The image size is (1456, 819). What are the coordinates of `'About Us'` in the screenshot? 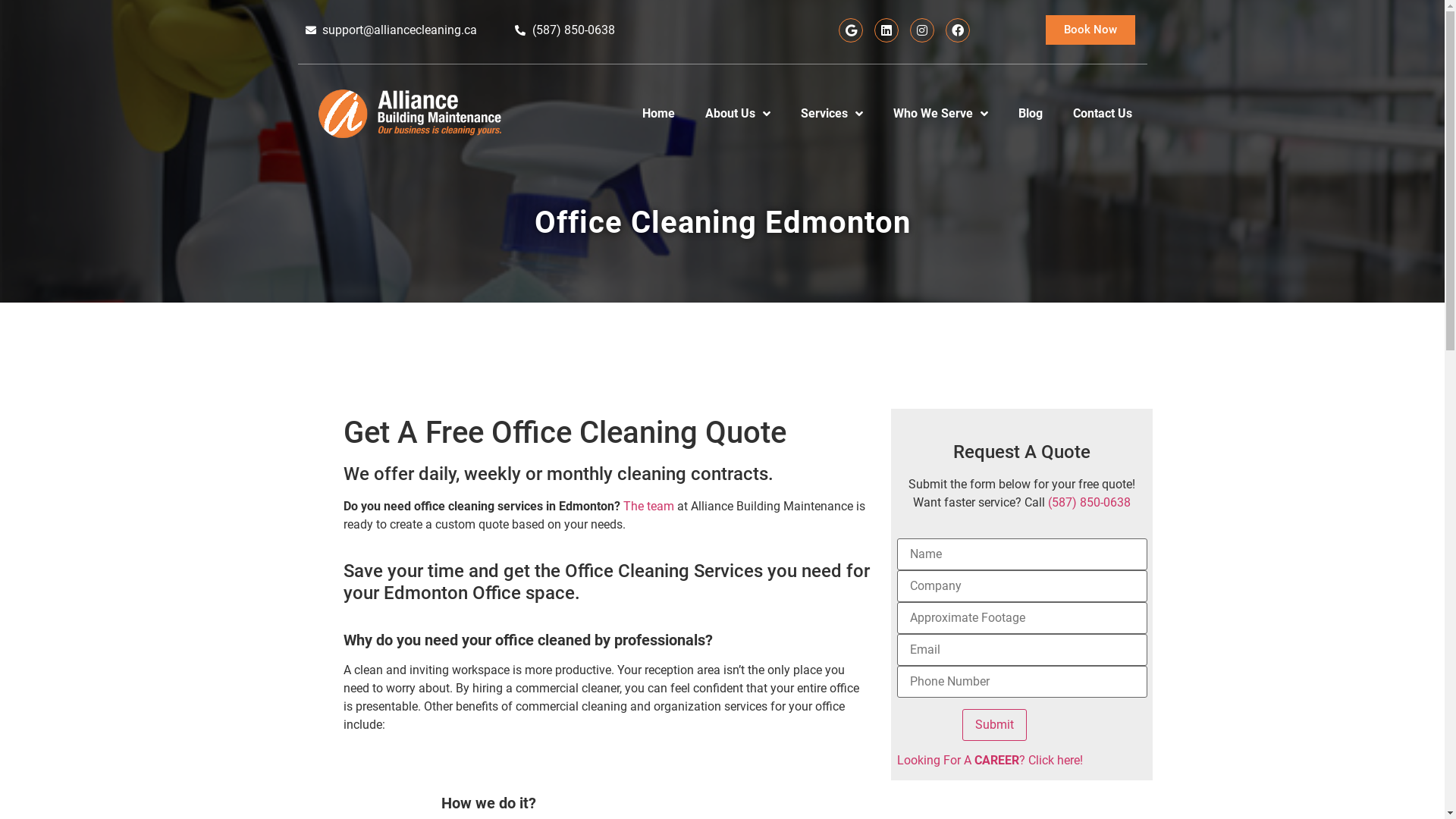 It's located at (738, 114).